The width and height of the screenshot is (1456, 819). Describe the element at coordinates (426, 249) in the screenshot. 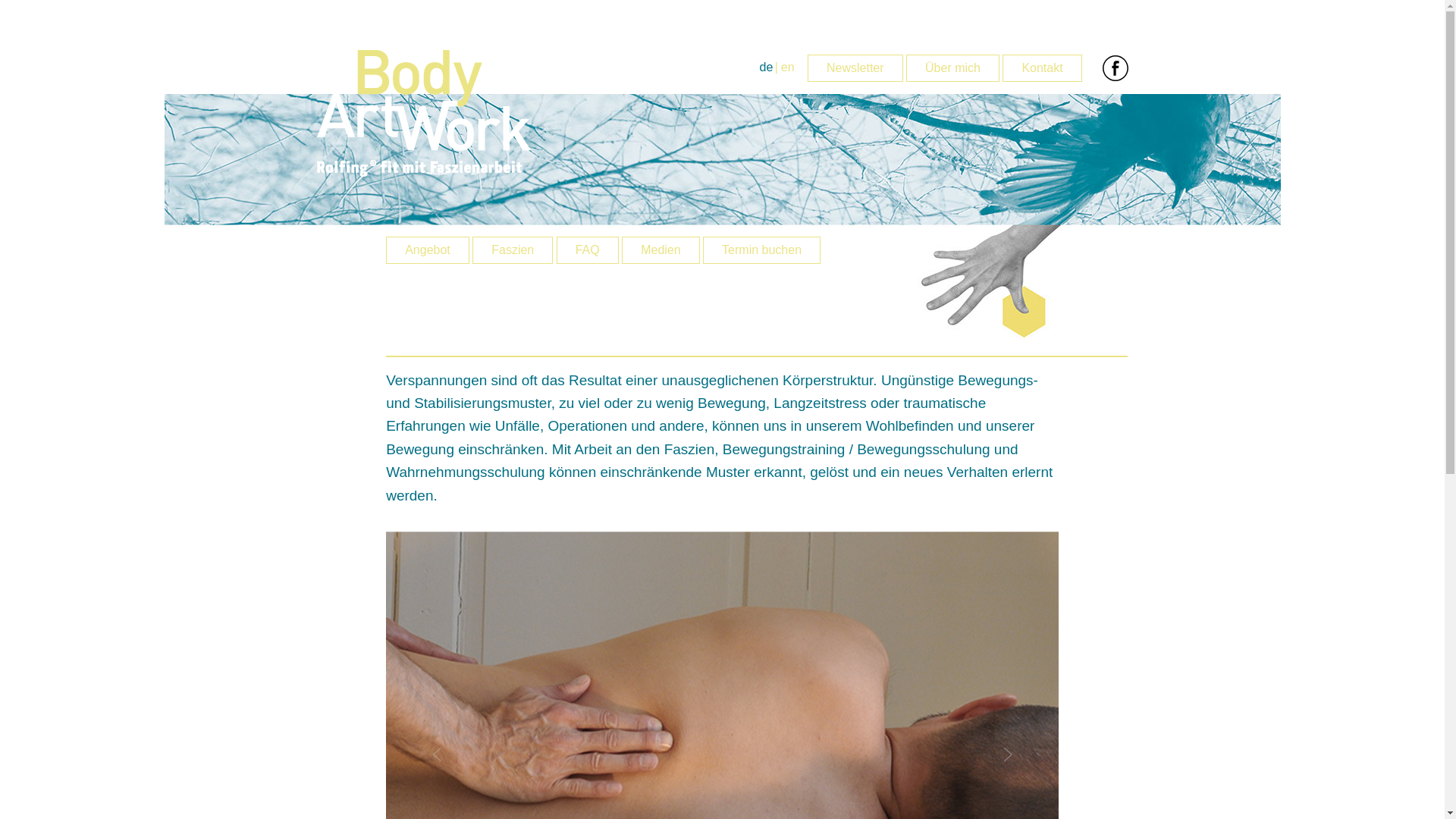

I see `'Angebot'` at that location.